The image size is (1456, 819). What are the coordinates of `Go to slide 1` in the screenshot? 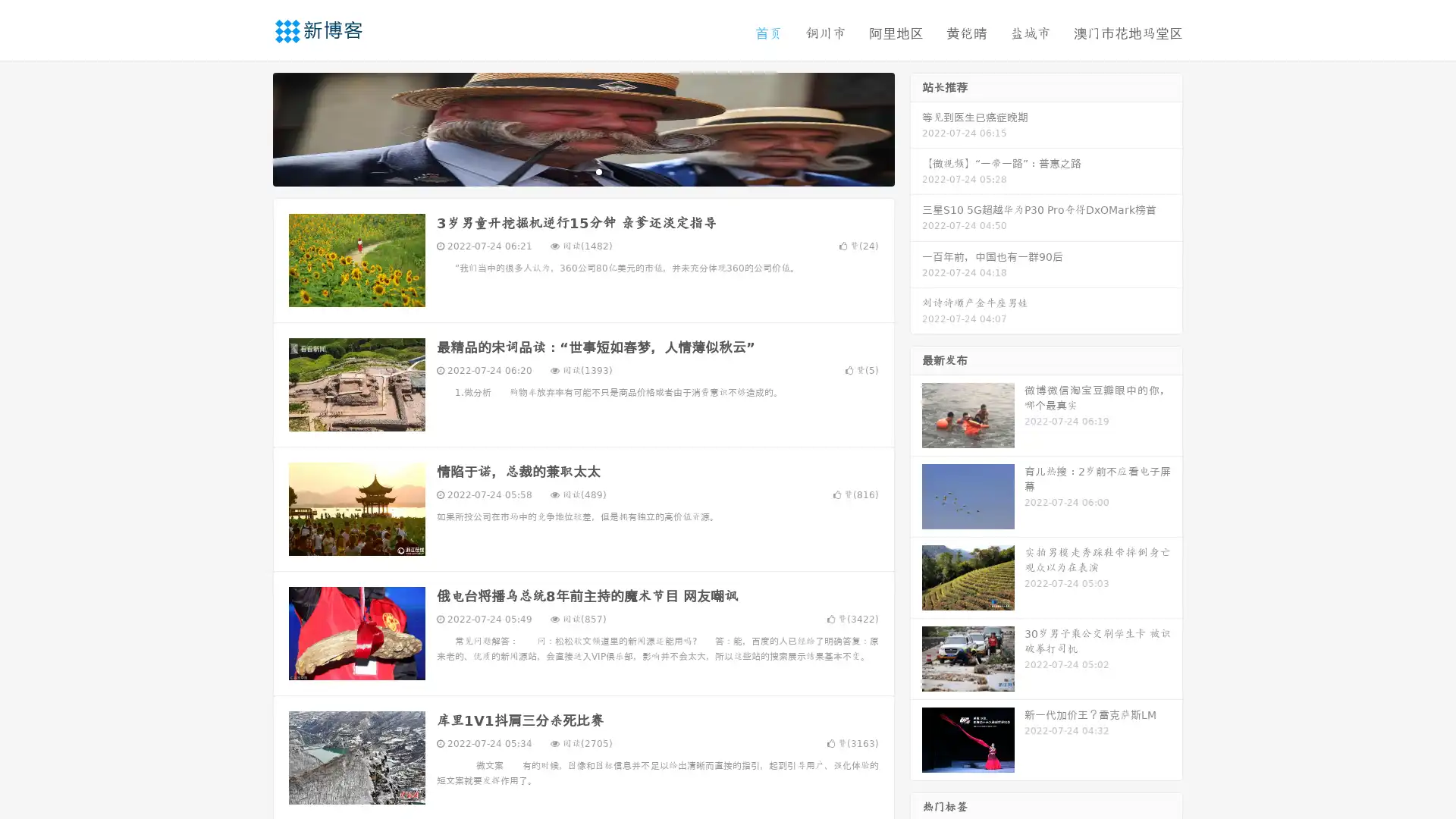 It's located at (567, 171).